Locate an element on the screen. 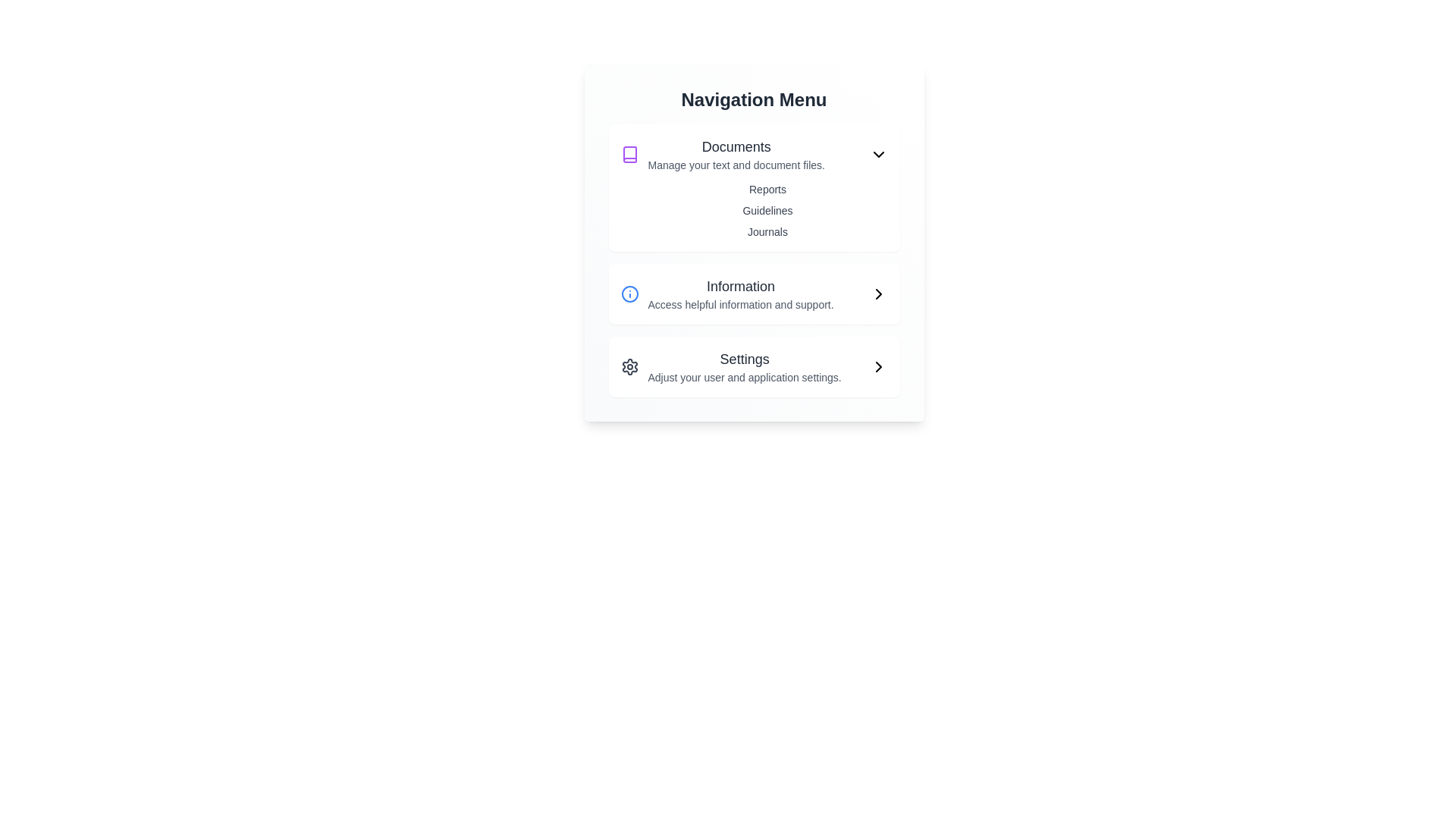 The image size is (1456, 819). the static text label that serves as the title for the section, located above the subtitle 'Manage your text and document files.' and aligned to the left is located at coordinates (736, 146).